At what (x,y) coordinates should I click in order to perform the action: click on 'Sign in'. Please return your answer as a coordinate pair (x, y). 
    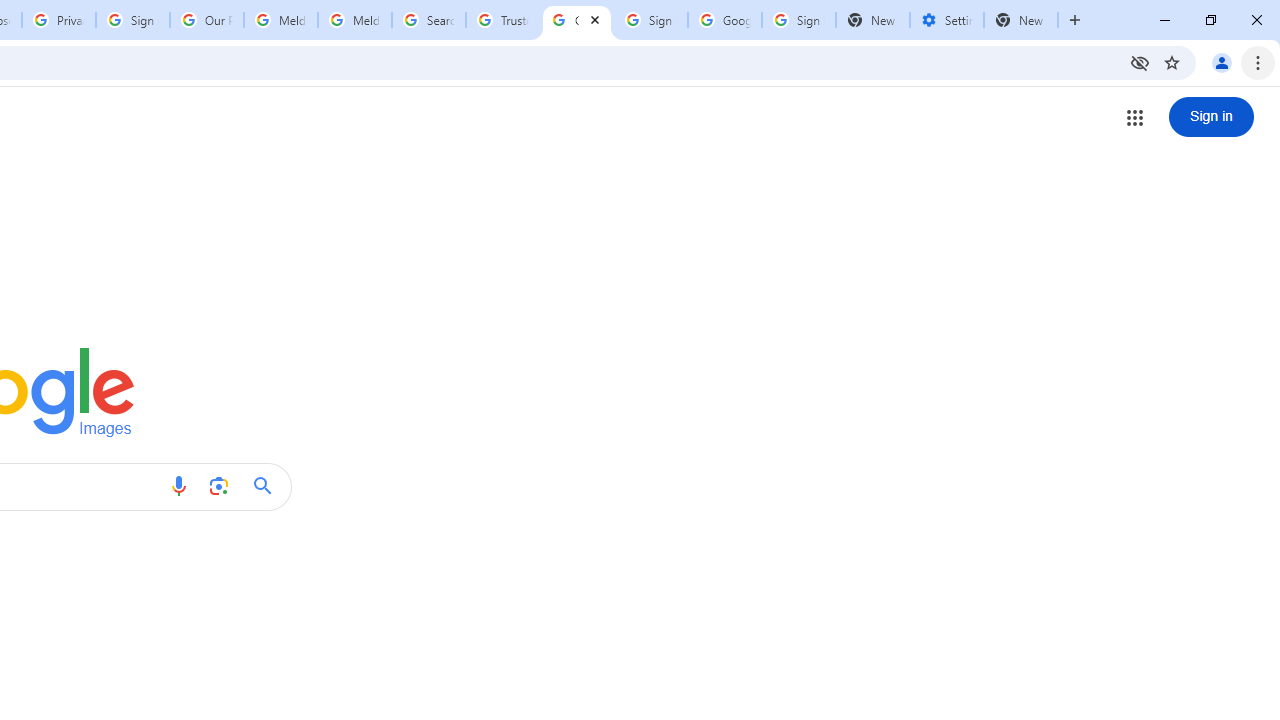
    Looking at the image, I should click on (1210, 117).